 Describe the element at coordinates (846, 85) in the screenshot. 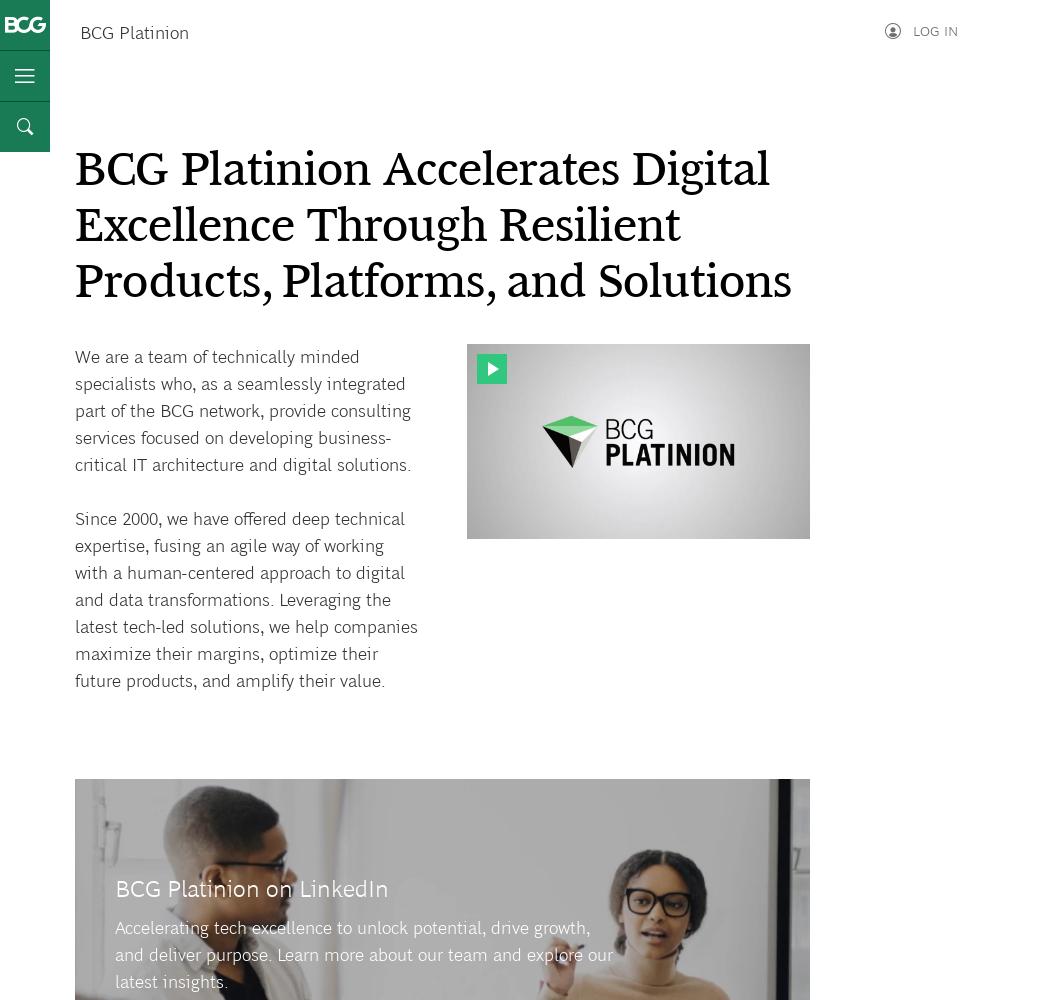

I see `'Log error'` at that location.